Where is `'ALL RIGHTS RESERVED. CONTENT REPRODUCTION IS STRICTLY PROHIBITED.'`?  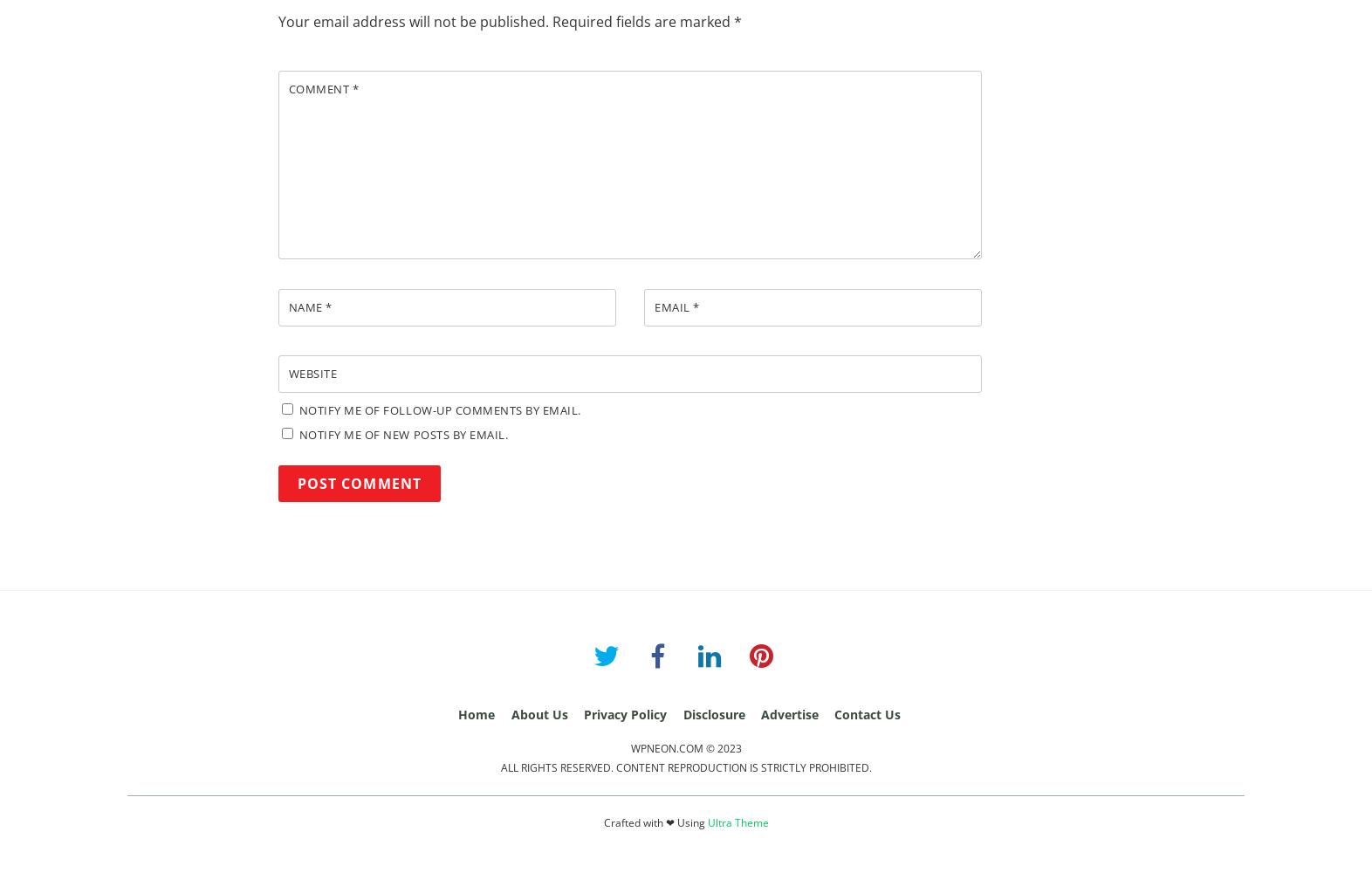
'ALL RIGHTS RESERVED. CONTENT REPRODUCTION IS STRICTLY PROHIBITED.' is located at coordinates (685, 767).